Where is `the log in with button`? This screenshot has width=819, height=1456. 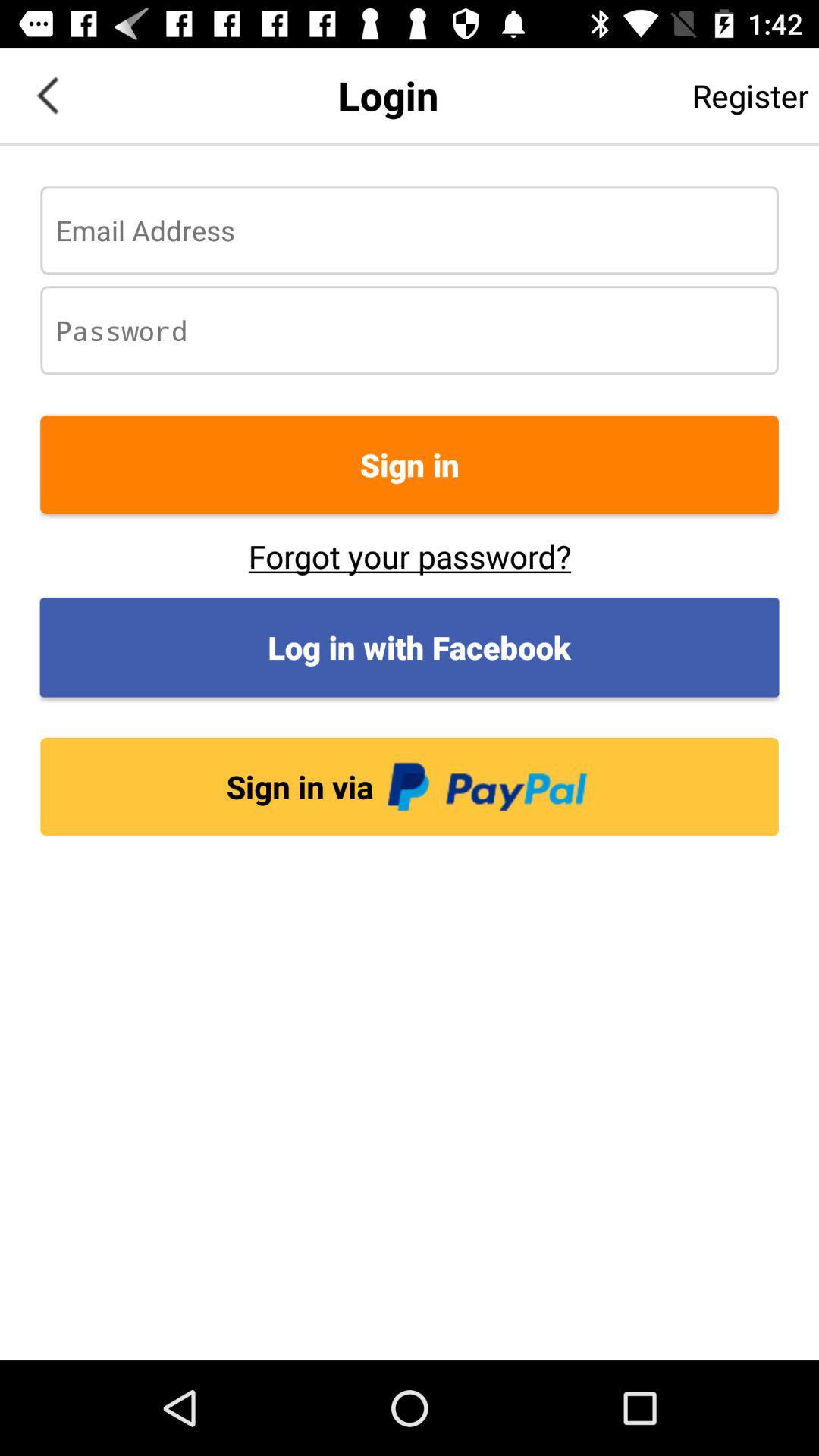
the log in with button is located at coordinates (409, 647).